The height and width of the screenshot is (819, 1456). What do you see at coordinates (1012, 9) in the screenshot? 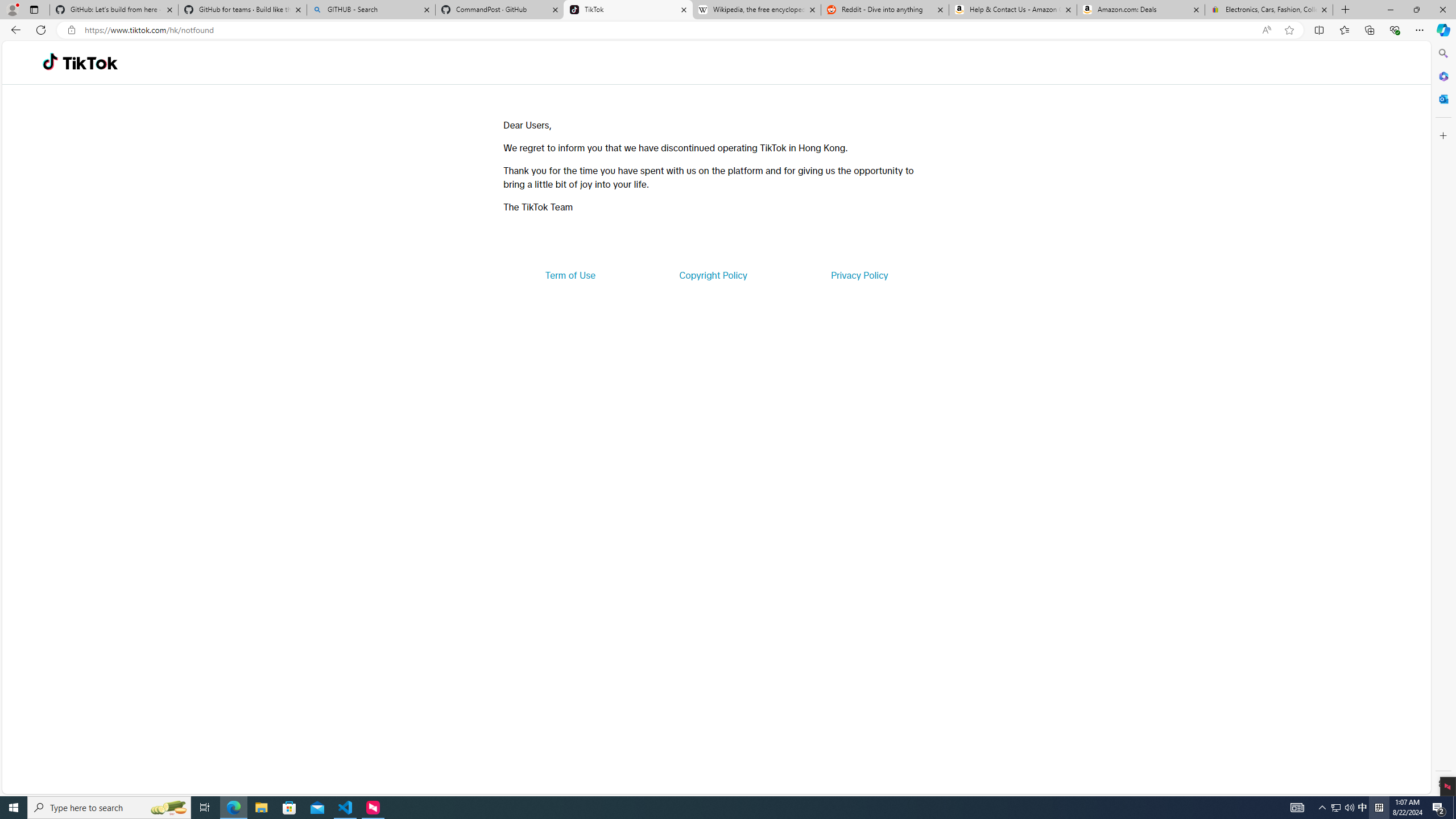
I see `'Help & Contact Us - Amazon Customer Service'` at bounding box center [1012, 9].